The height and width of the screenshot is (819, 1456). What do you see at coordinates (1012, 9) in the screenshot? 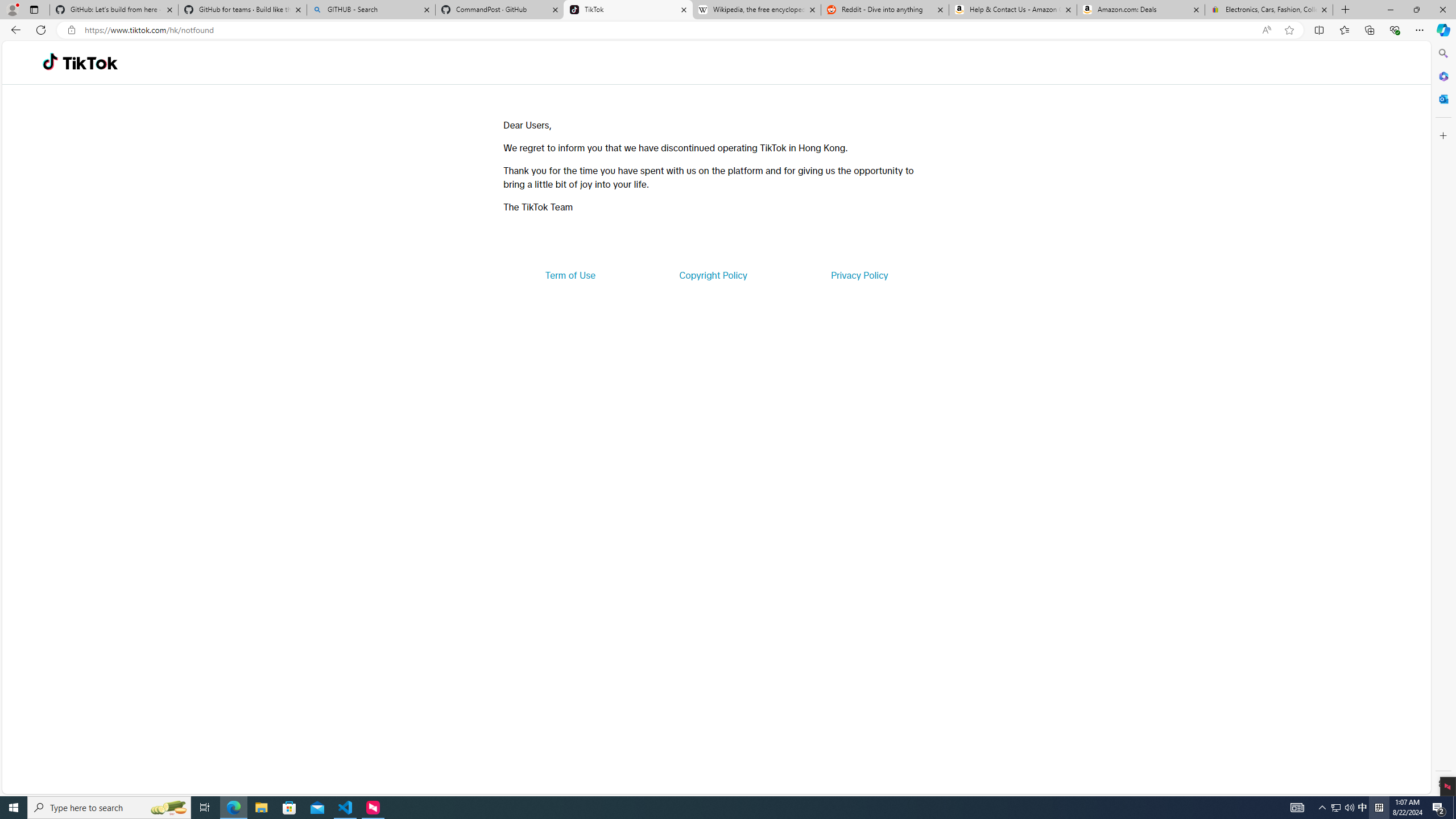
I see `'Help & Contact Us - Amazon Customer Service'` at bounding box center [1012, 9].